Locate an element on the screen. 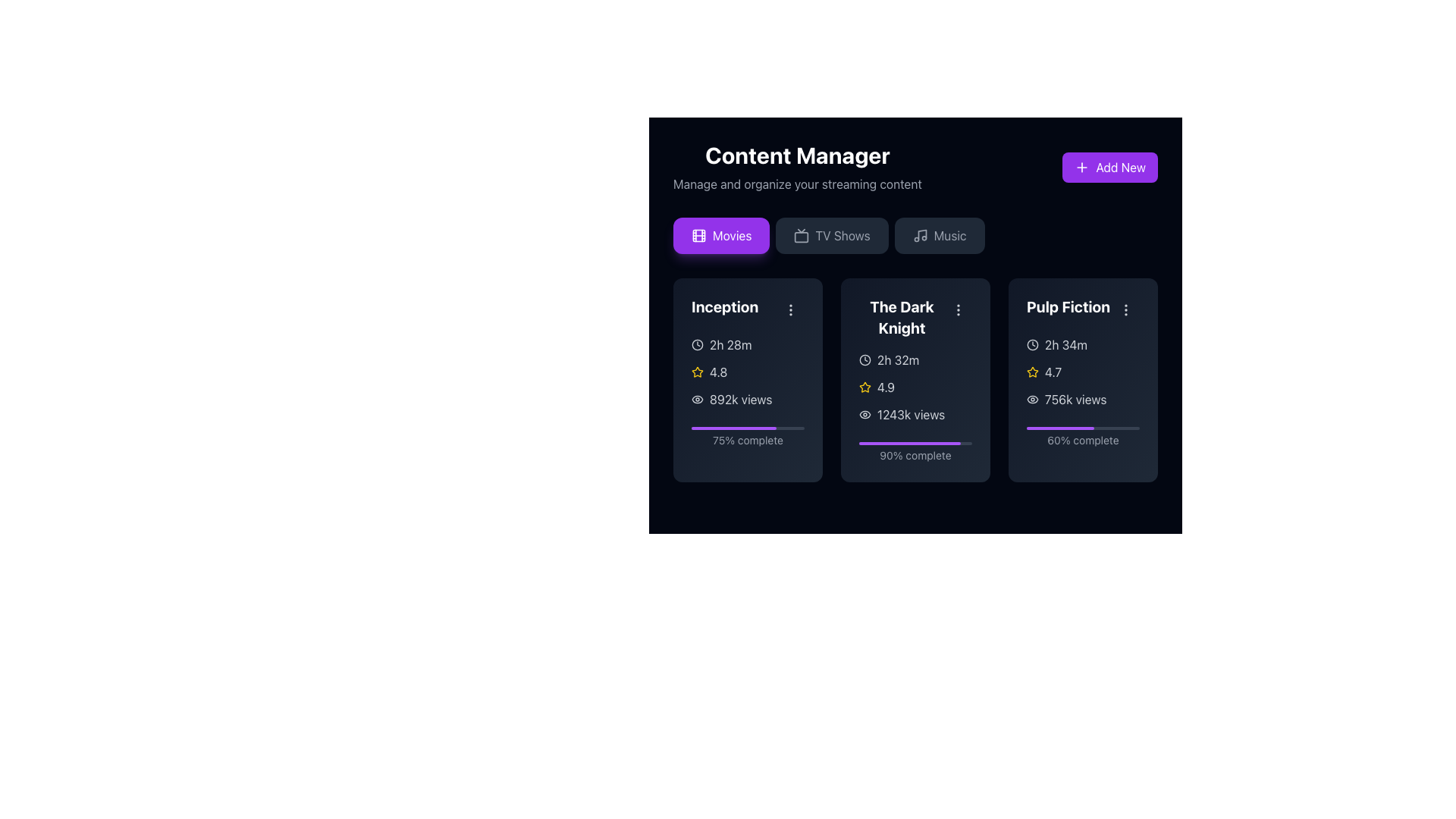  the music icon button located is located at coordinates (921, 234).